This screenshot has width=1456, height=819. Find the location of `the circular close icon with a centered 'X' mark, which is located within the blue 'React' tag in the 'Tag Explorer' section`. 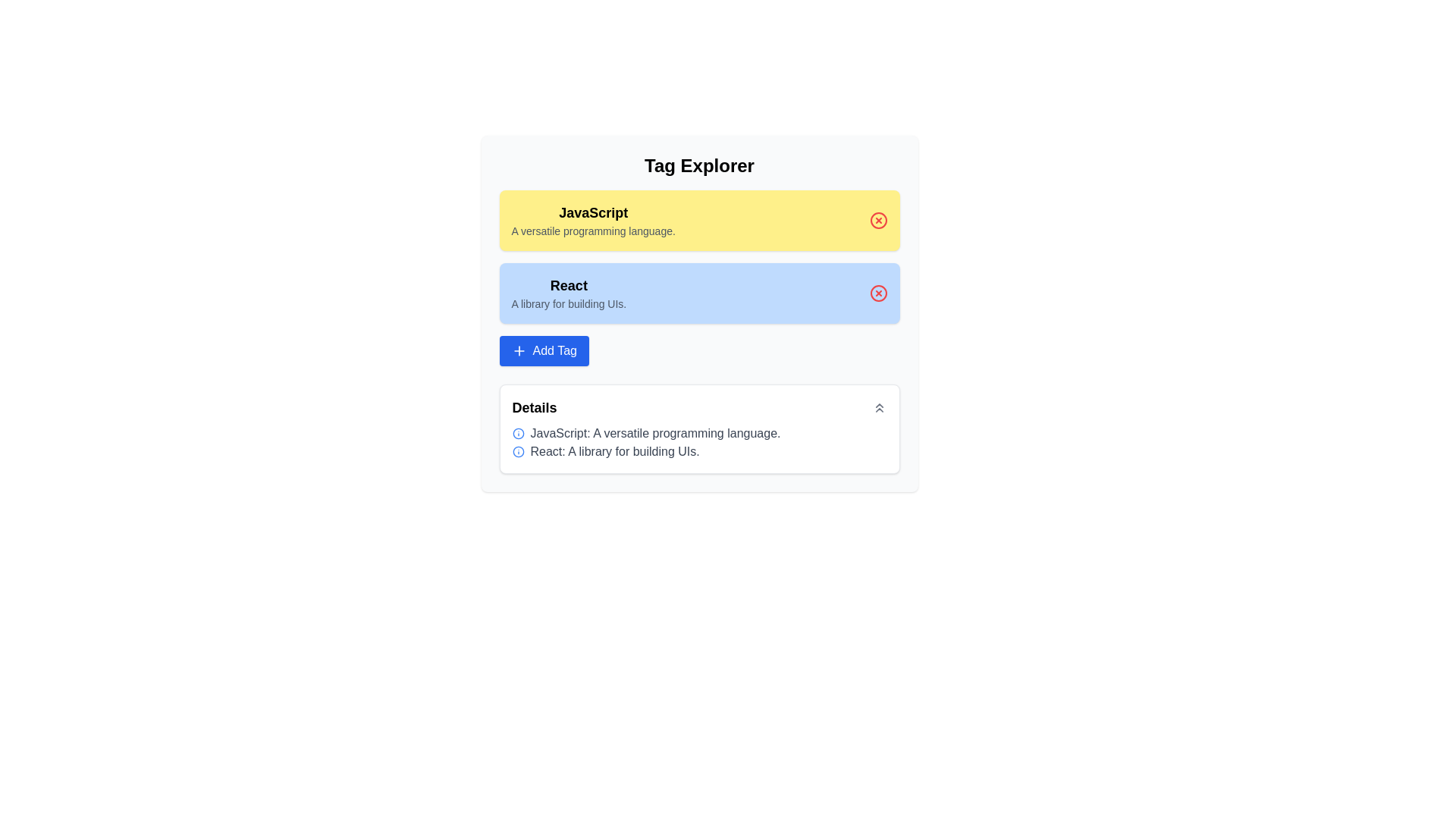

the circular close icon with a centered 'X' mark, which is located within the blue 'React' tag in the 'Tag Explorer' section is located at coordinates (878, 293).